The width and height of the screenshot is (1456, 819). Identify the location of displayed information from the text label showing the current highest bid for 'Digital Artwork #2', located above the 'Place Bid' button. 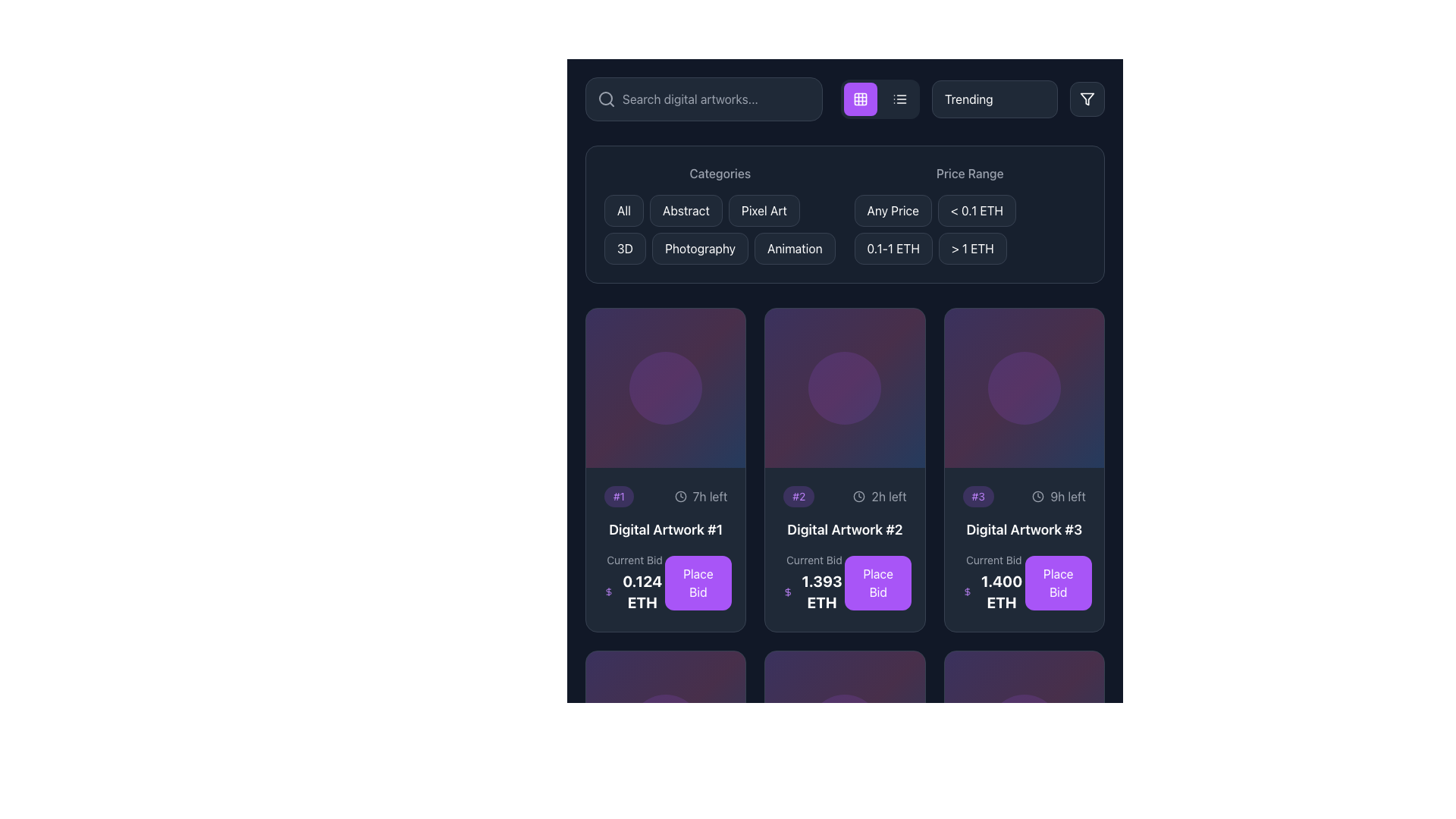
(813, 582).